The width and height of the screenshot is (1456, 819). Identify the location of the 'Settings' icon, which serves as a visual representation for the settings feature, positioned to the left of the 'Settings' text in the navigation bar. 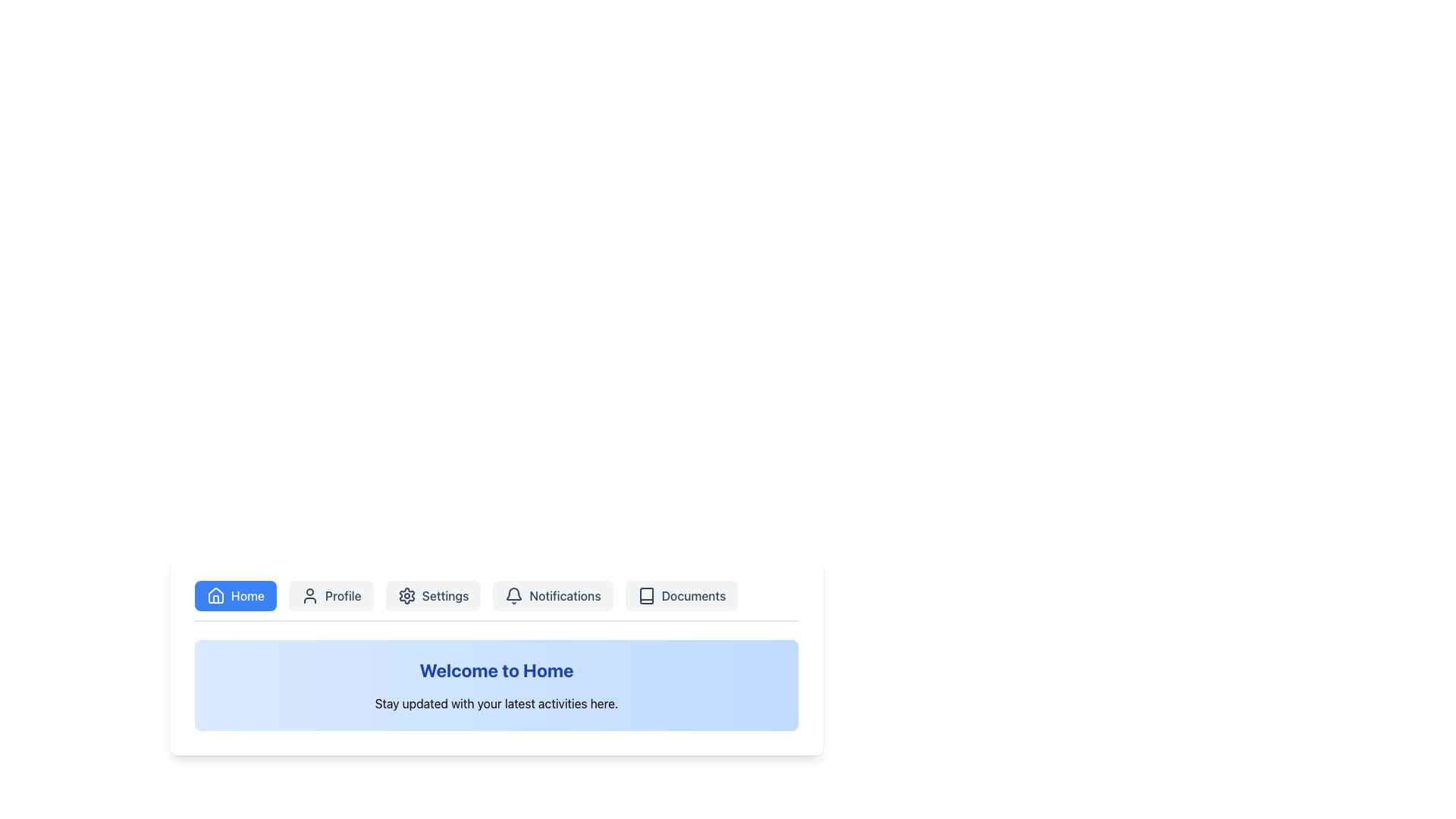
(406, 595).